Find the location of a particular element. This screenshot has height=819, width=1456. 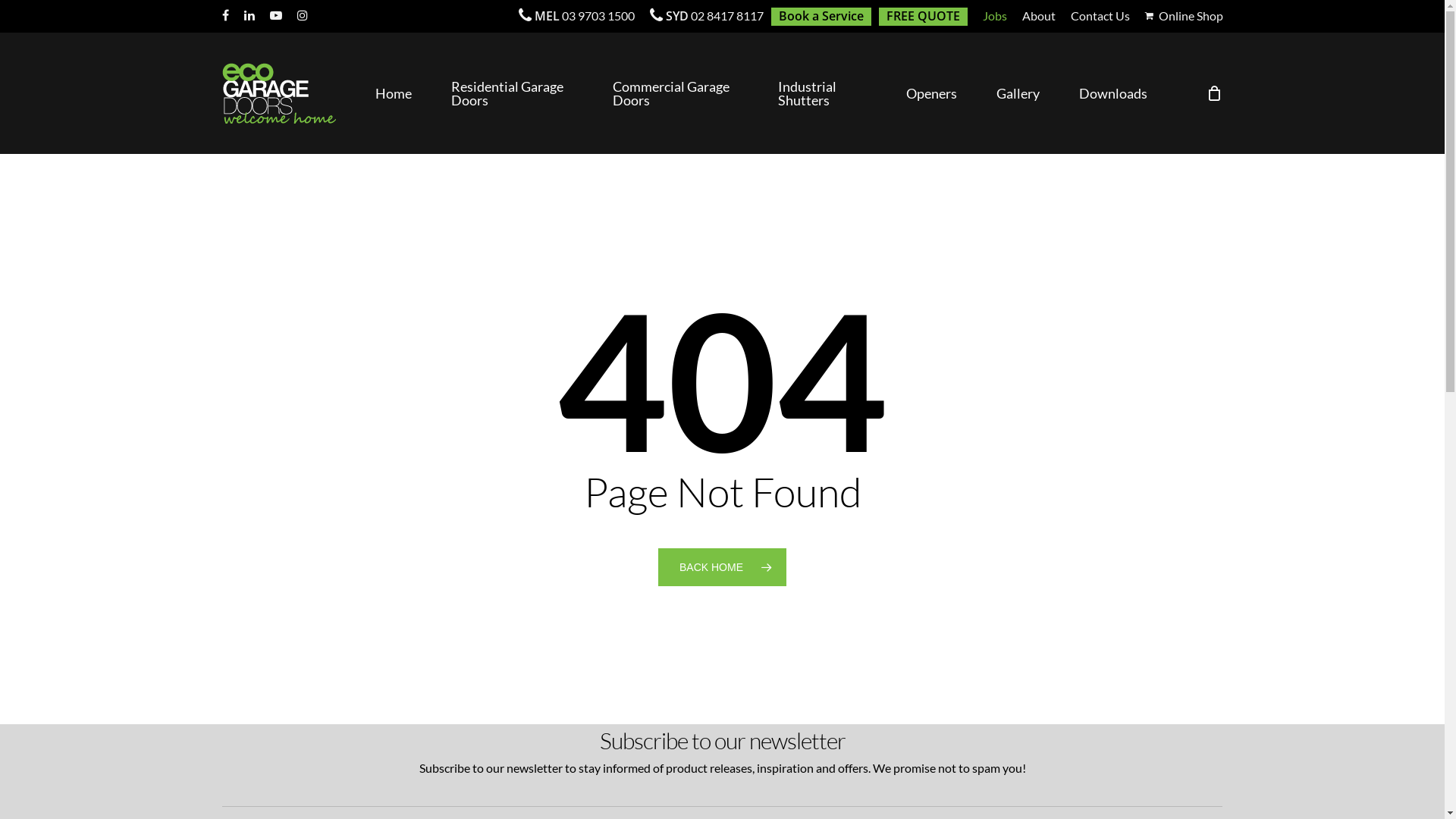

'facebook' is located at coordinates (224, 15).